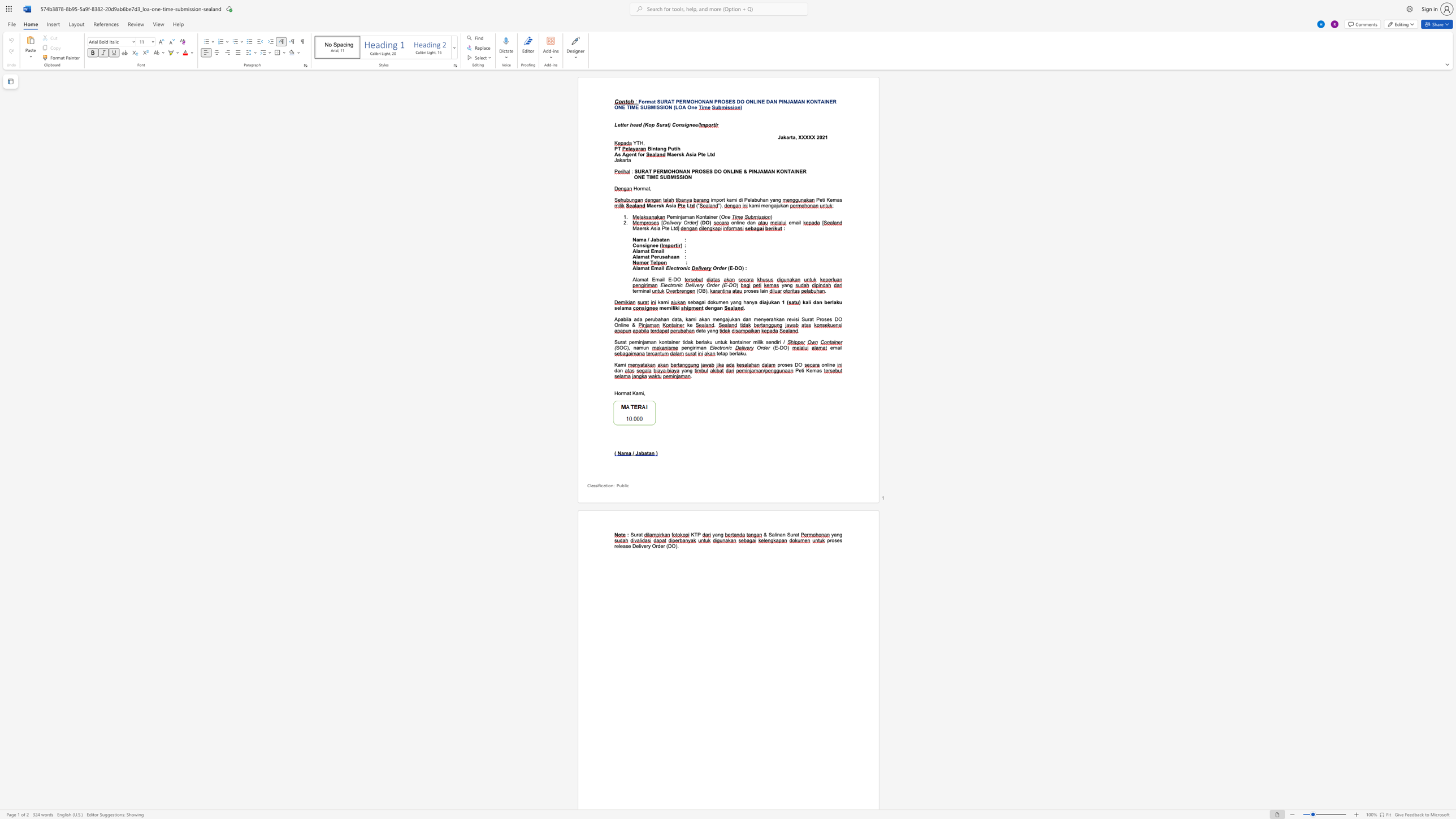 Image resolution: width=1456 pixels, height=819 pixels. Describe the element at coordinates (678, 341) in the screenshot. I see `the subset text "r tidak berl" within the text "Surat peminjaman kontainer tidak berlaku untuk kontainer milik sendiri /"` at that location.